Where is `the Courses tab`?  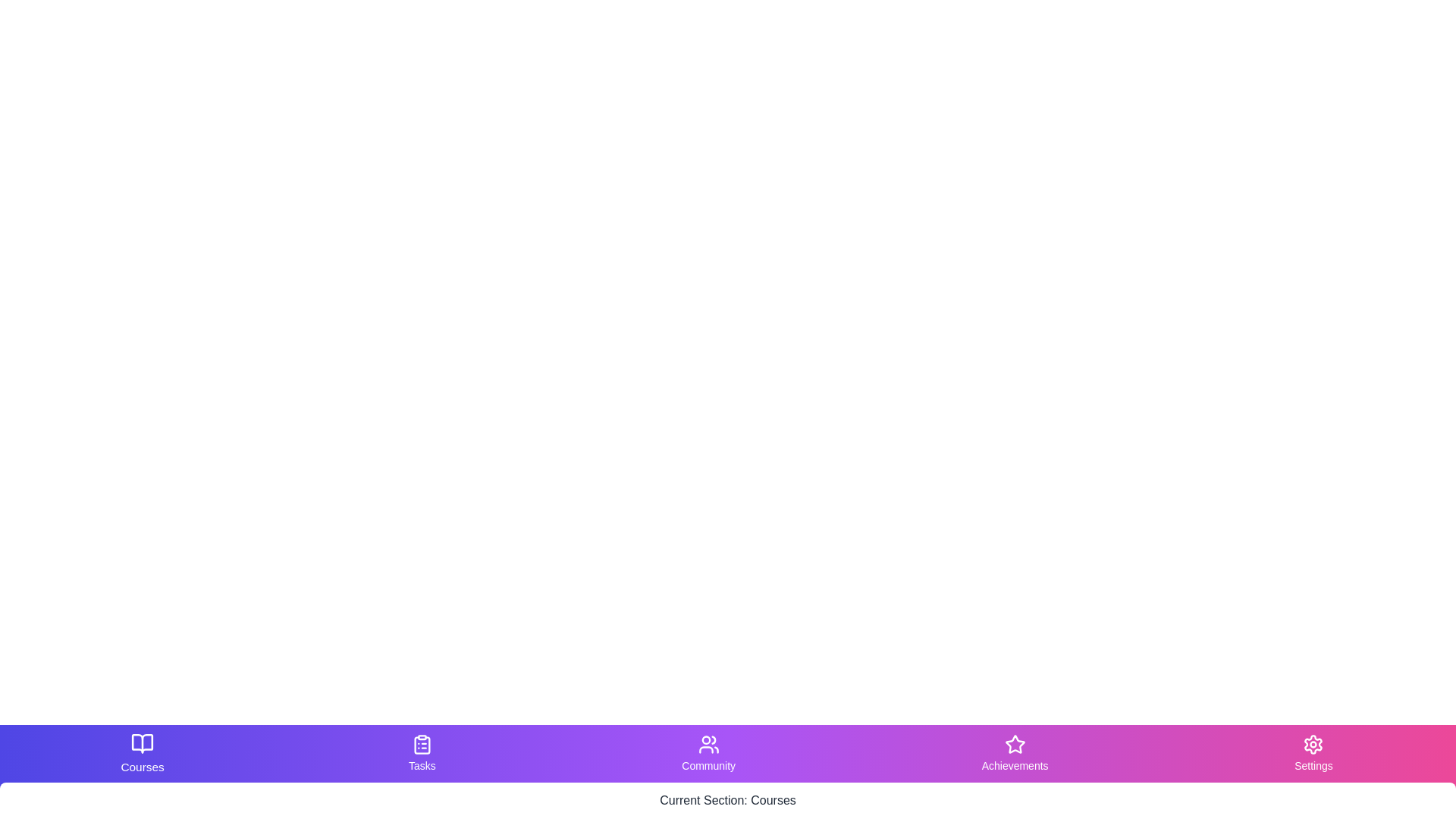
the Courses tab is located at coordinates (142, 754).